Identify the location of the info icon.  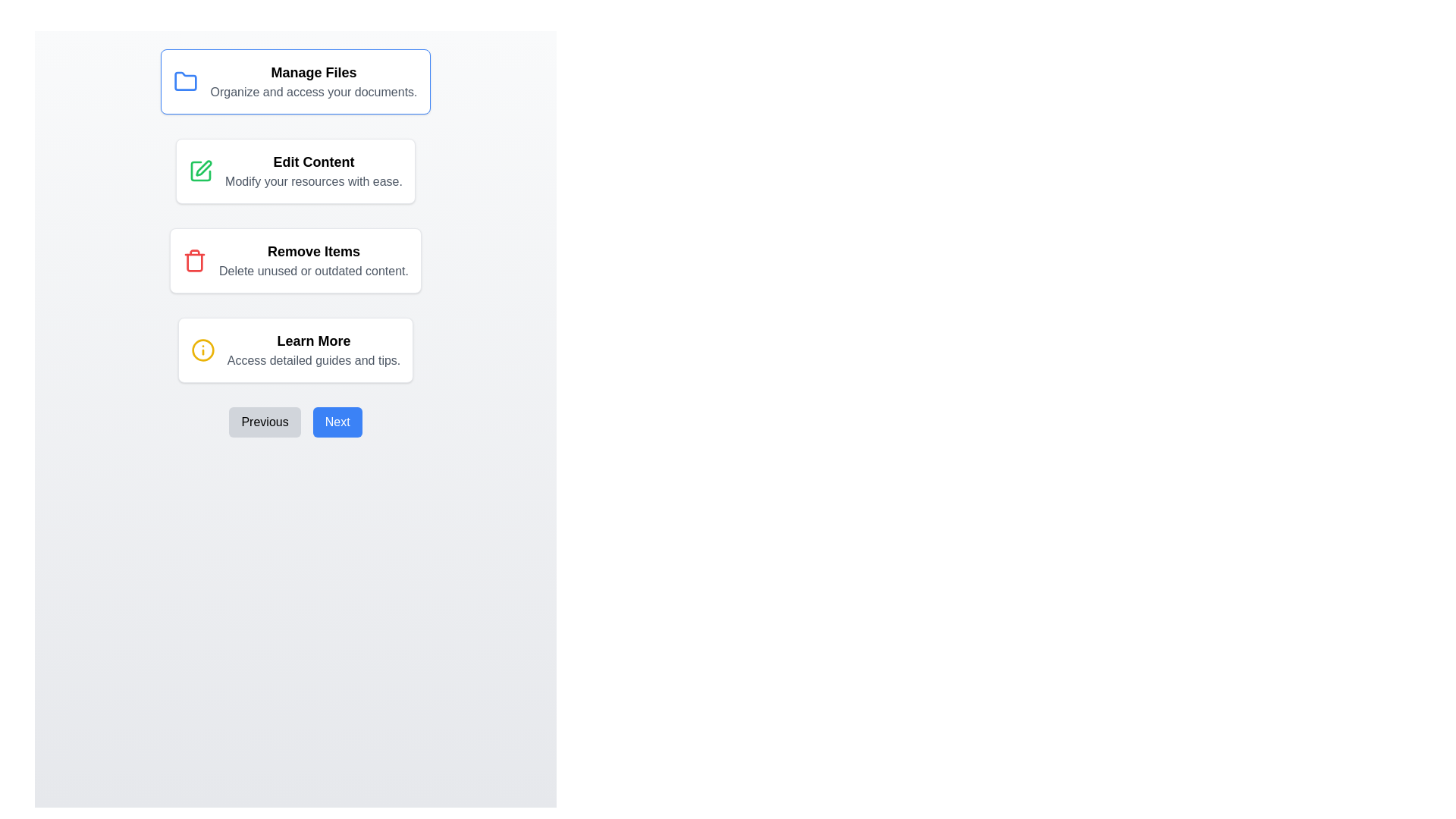
(202, 350).